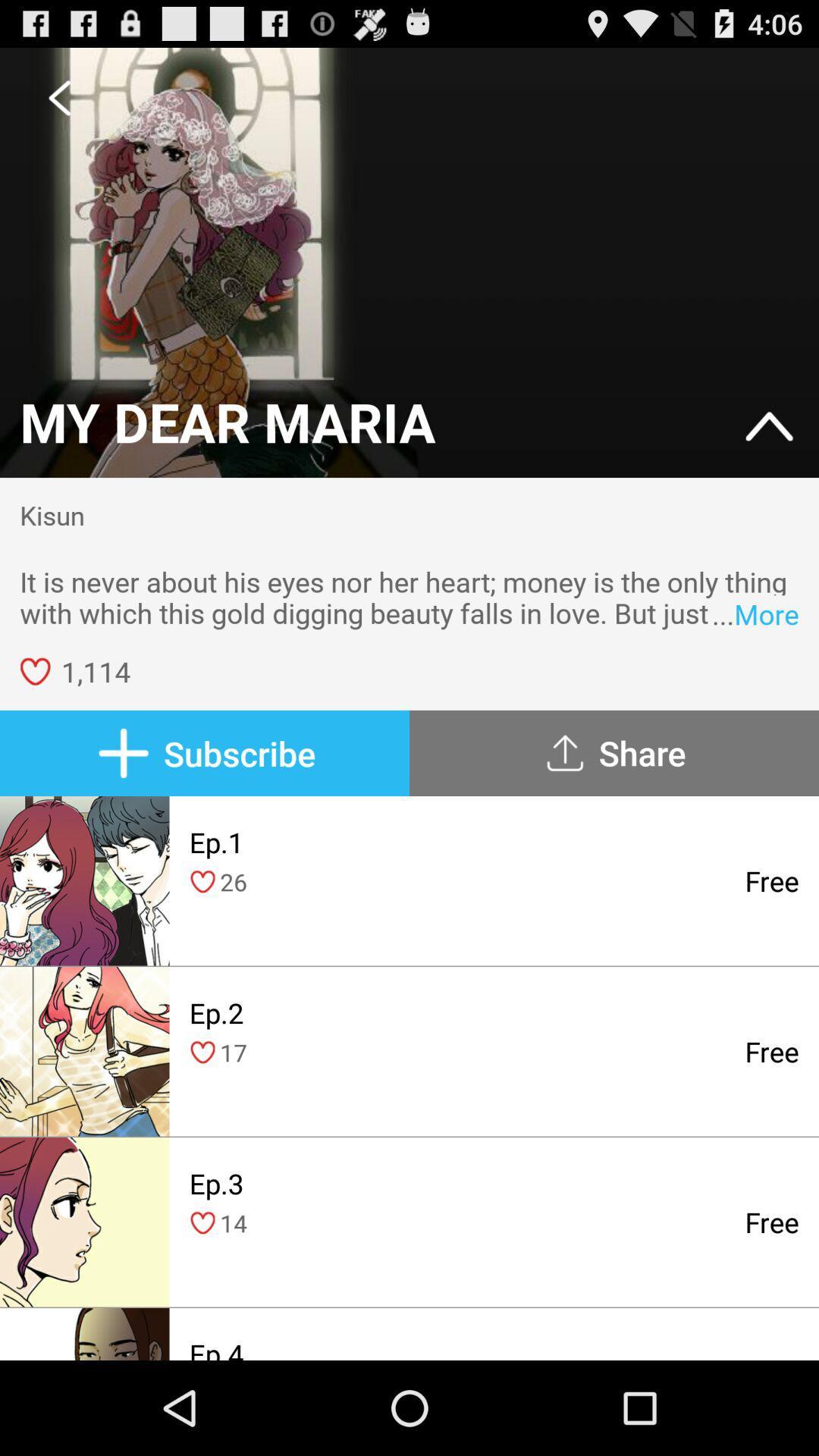 Image resolution: width=819 pixels, height=1456 pixels. I want to click on the icon to the right of the subscribe, so click(614, 753).